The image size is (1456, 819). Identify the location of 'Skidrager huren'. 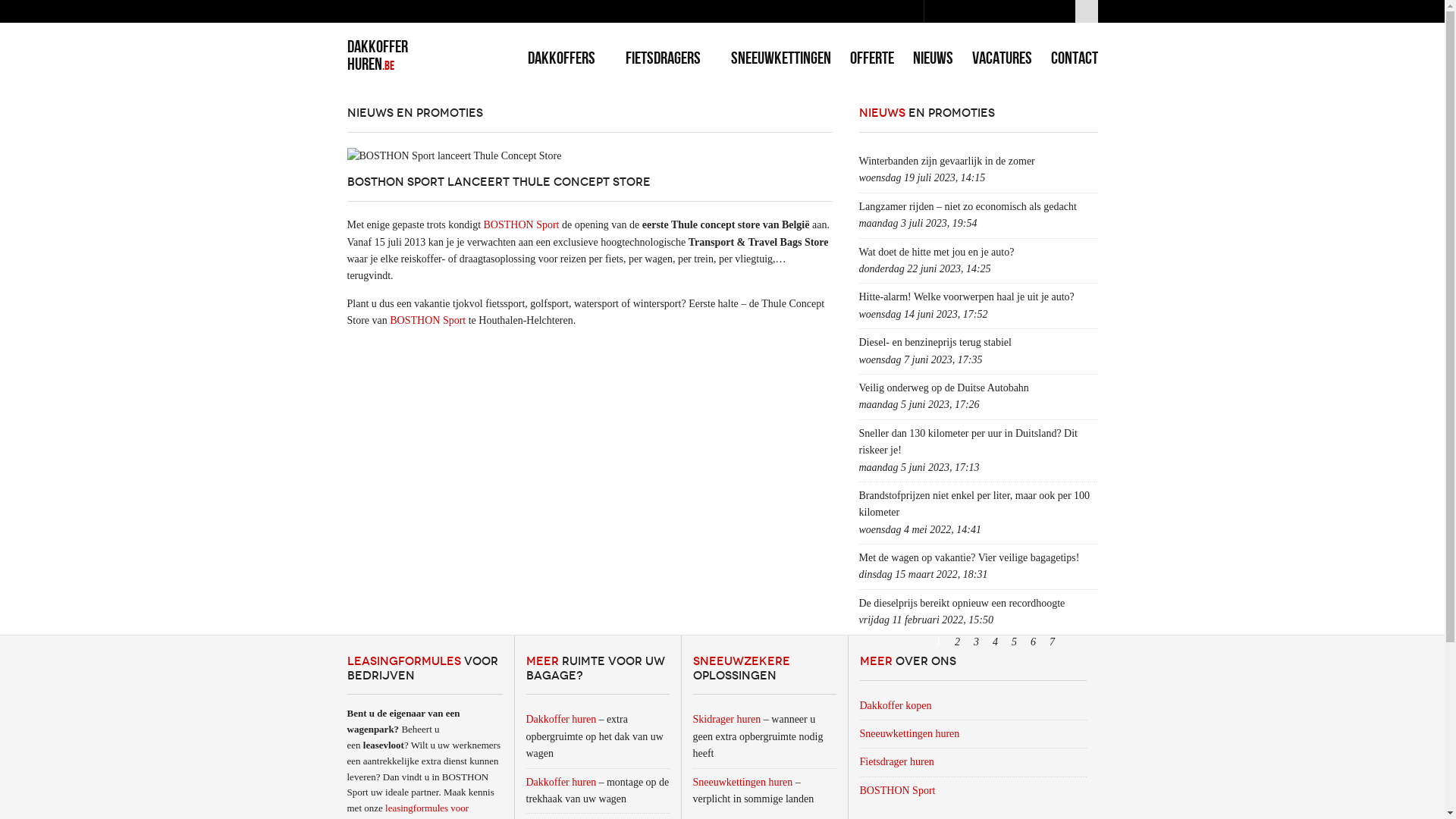
(726, 718).